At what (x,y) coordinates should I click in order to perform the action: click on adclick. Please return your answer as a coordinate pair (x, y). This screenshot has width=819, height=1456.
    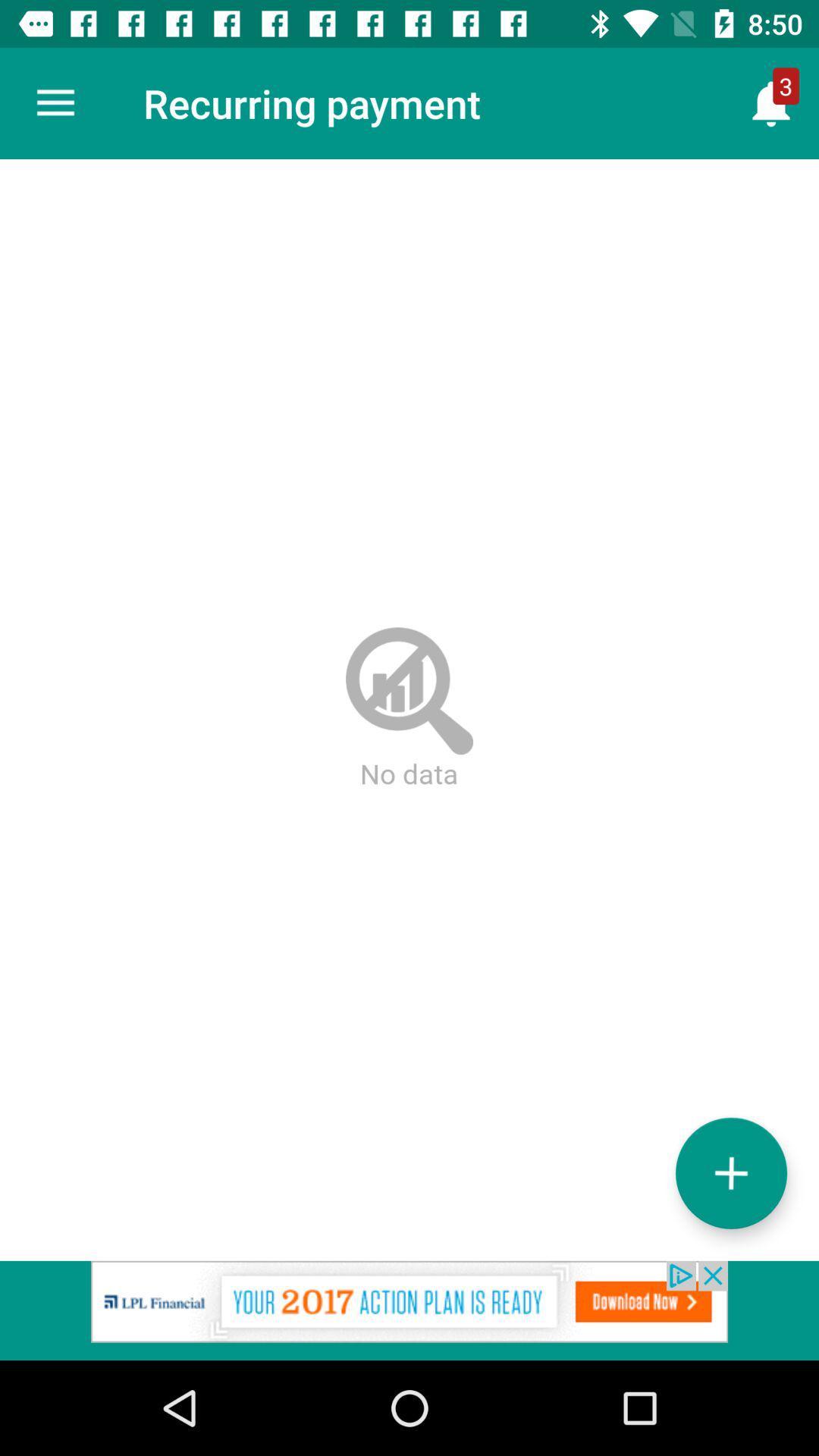
    Looking at the image, I should click on (409, 1310).